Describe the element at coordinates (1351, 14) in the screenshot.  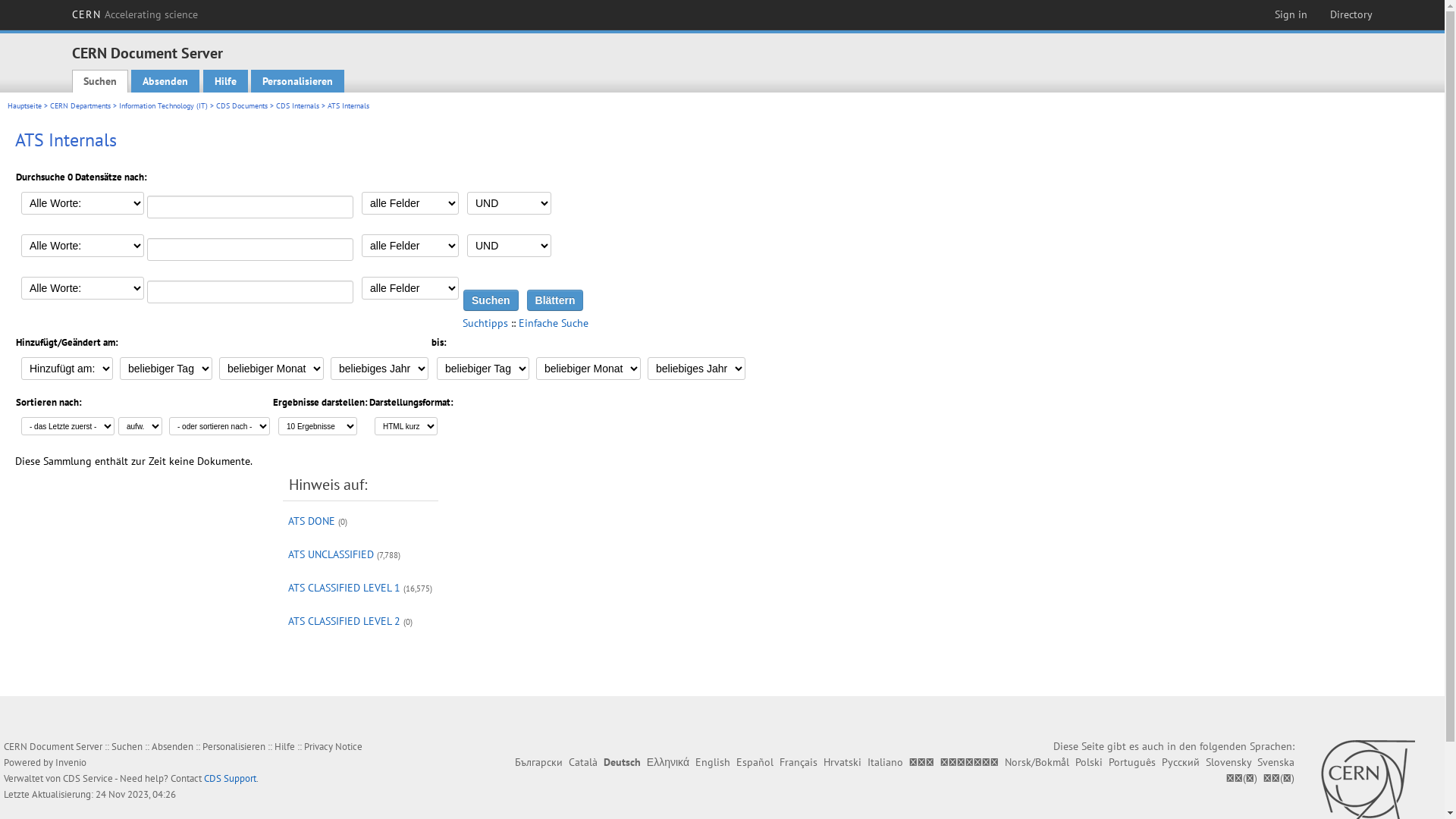
I see `'Directory'` at that location.